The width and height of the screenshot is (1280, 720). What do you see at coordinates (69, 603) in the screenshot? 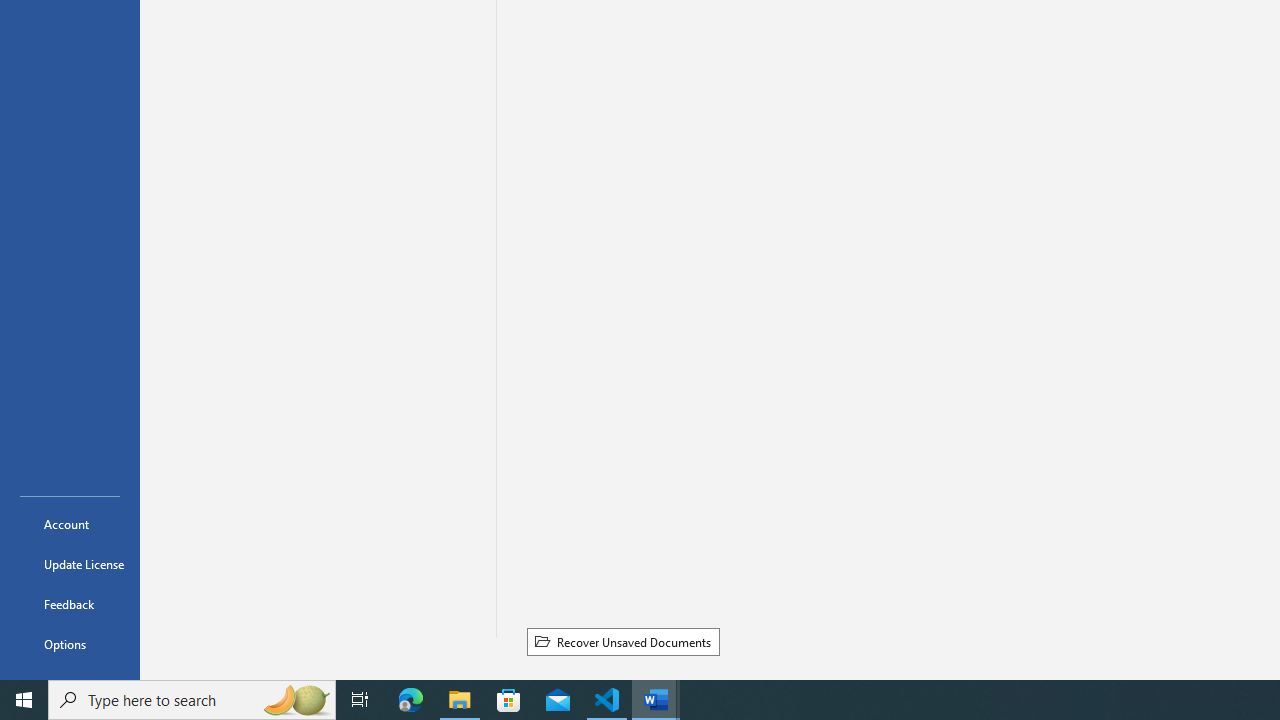
I see `'Feedback'` at bounding box center [69, 603].